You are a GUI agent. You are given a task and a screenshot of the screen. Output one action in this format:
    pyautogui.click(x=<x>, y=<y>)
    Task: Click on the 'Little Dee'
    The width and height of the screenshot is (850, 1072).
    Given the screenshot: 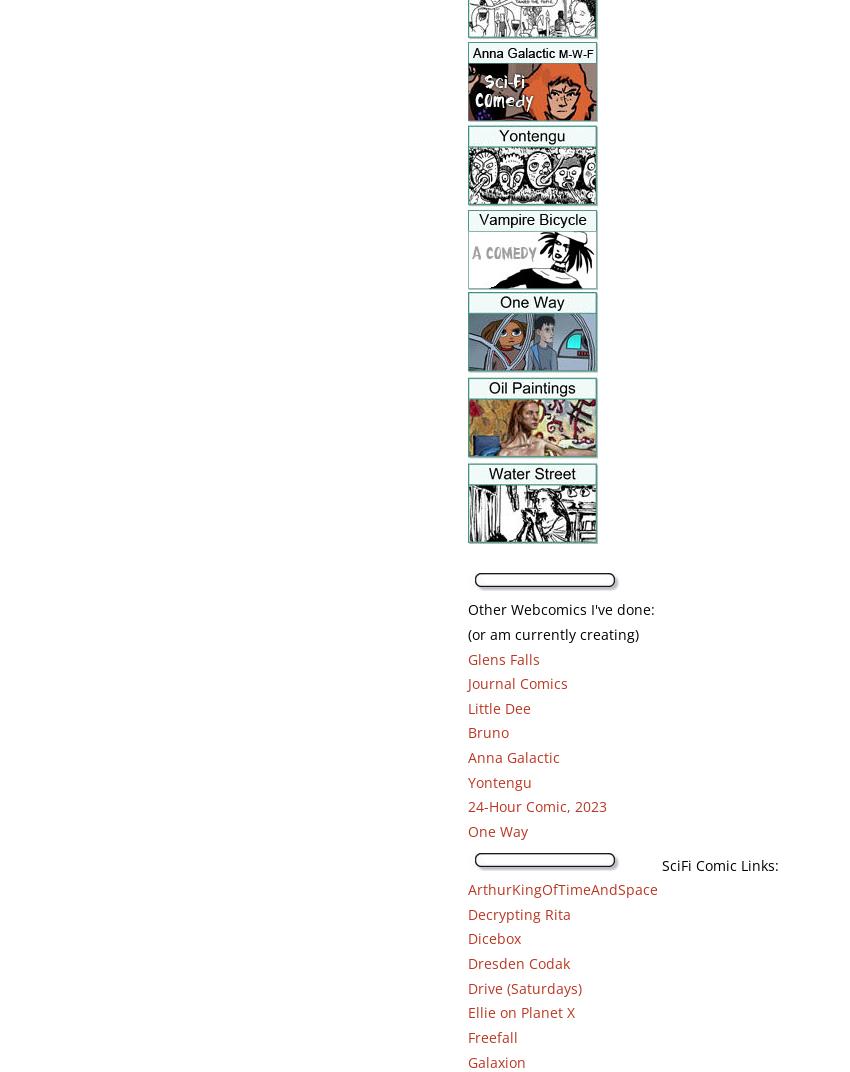 What is the action you would take?
    pyautogui.click(x=498, y=706)
    